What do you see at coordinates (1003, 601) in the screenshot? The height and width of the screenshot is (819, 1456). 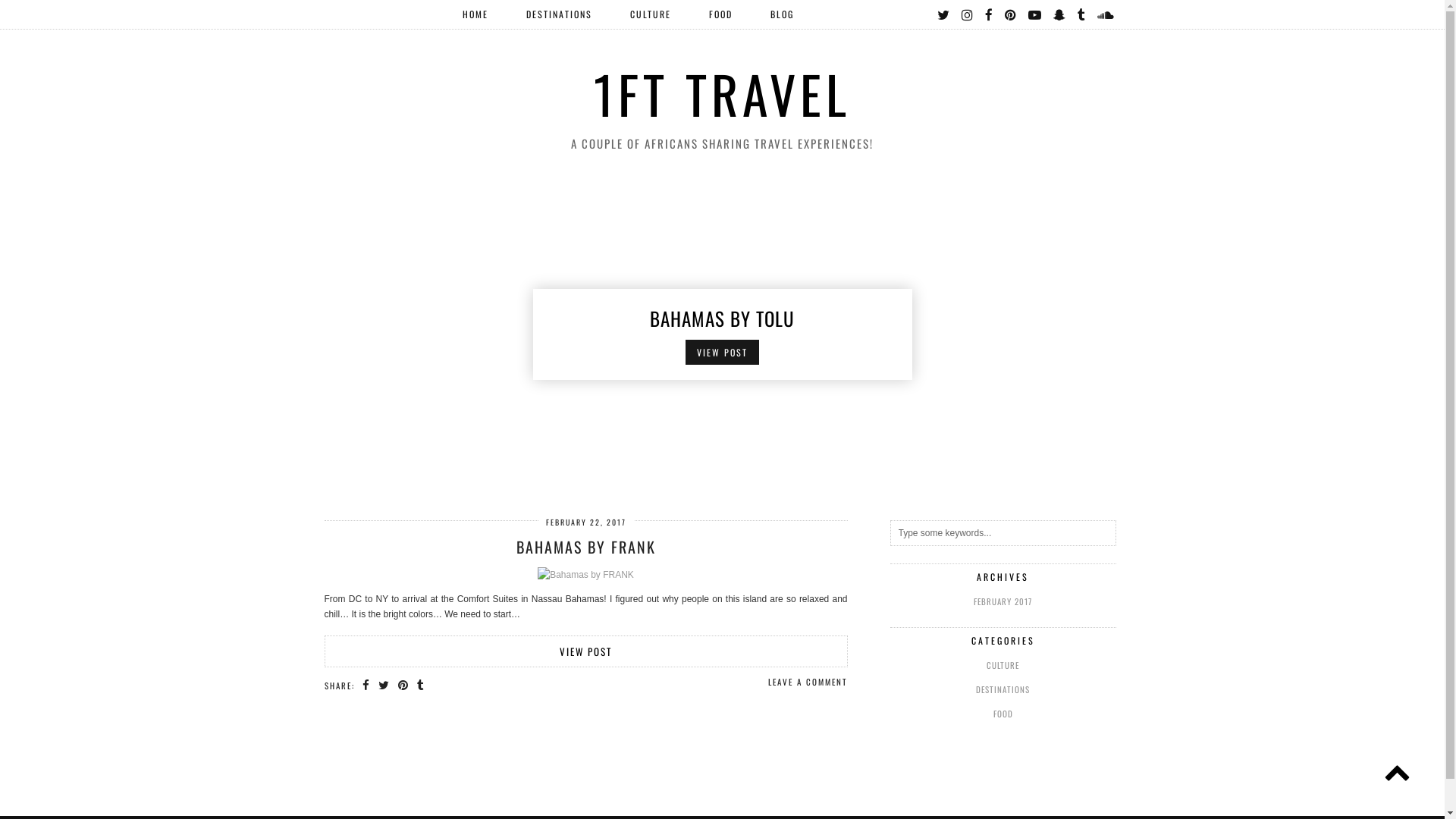 I see `'FEBRUARY 2017'` at bounding box center [1003, 601].